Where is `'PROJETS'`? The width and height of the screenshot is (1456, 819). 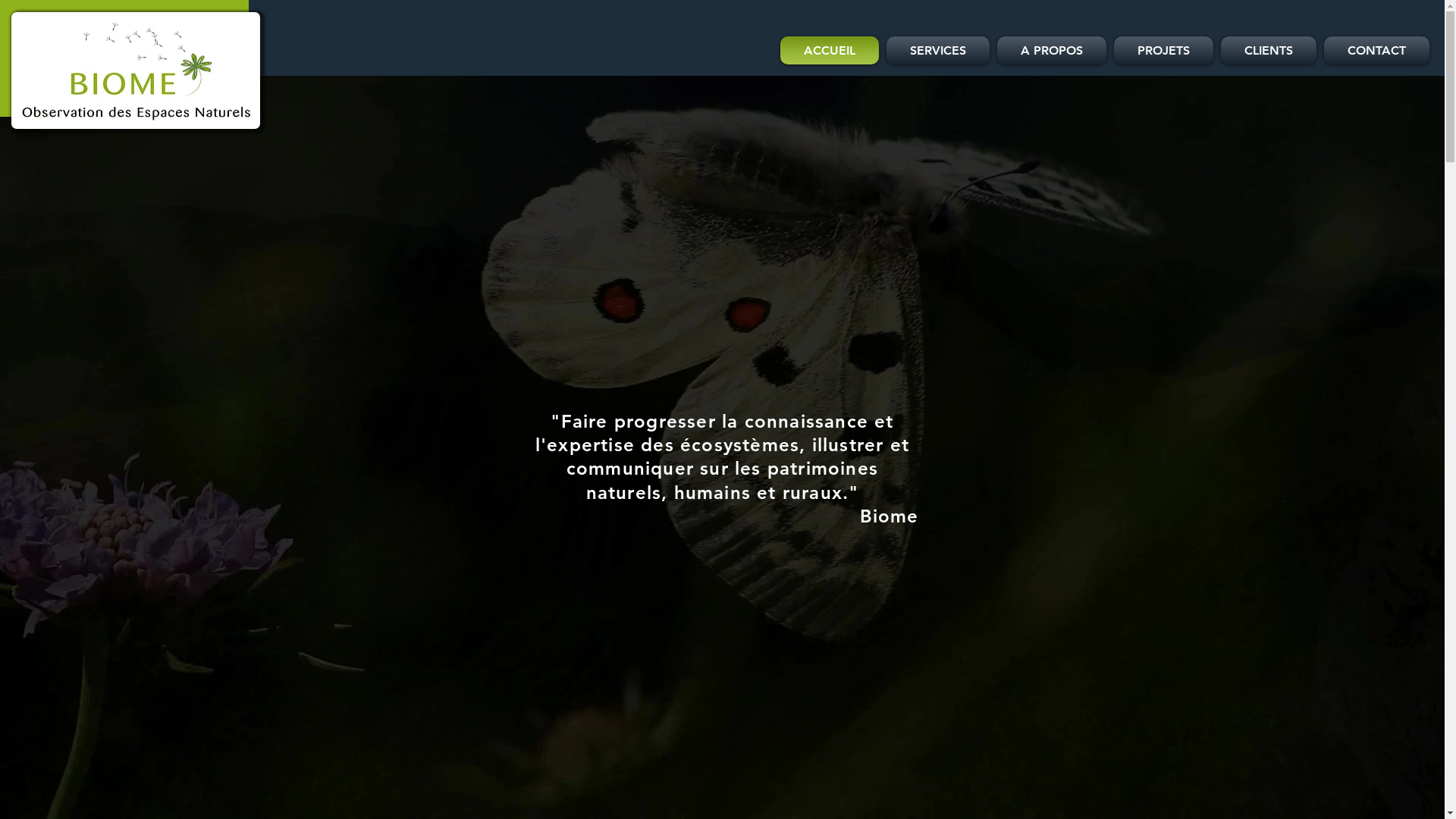
'PROJETS' is located at coordinates (1163, 49).